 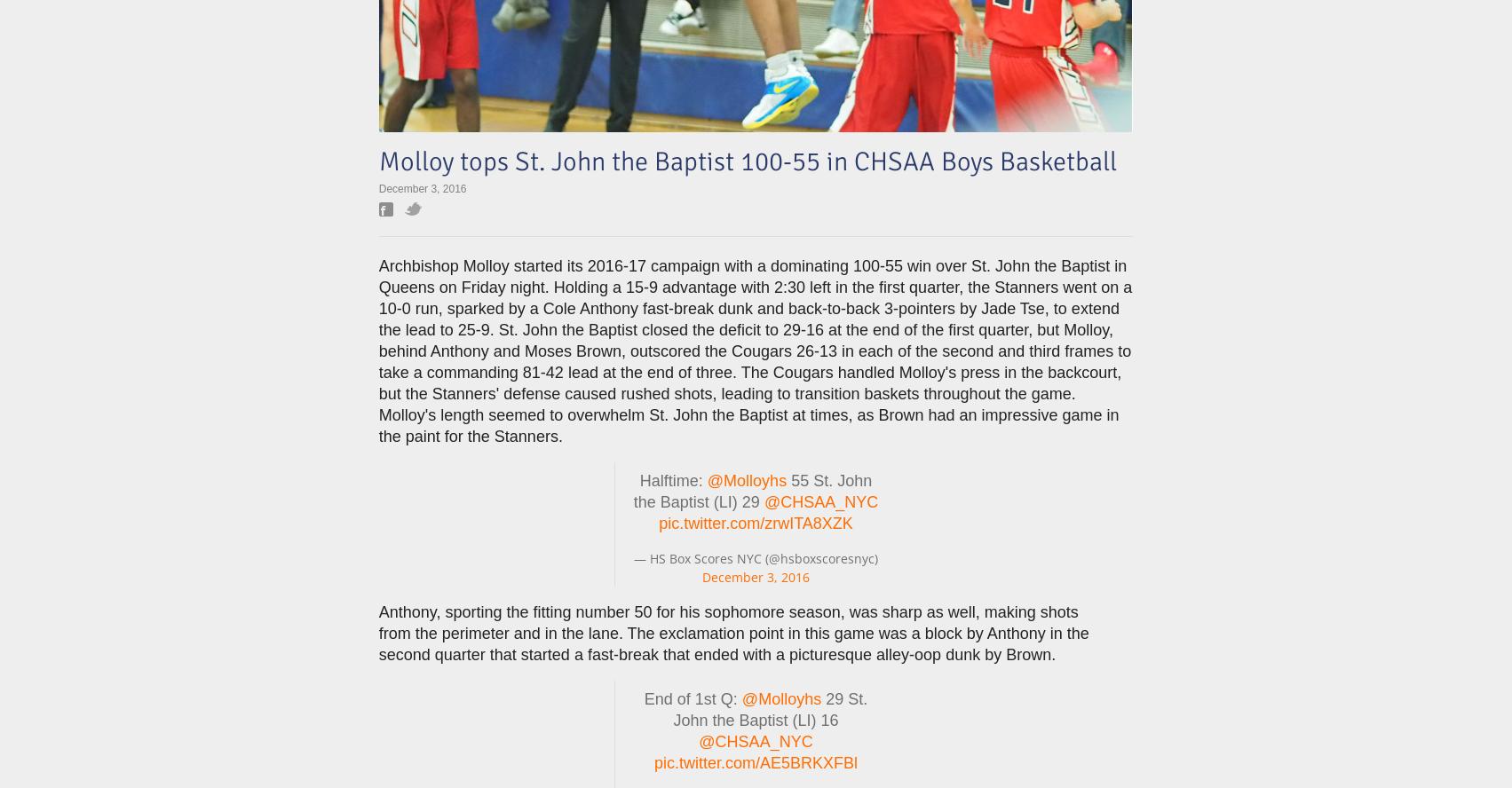 What do you see at coordinates (755, 762) in the screenshot?
I see `'pic.twitter.com/AE5BRKXFBl'` at bounding box center [755, 762].